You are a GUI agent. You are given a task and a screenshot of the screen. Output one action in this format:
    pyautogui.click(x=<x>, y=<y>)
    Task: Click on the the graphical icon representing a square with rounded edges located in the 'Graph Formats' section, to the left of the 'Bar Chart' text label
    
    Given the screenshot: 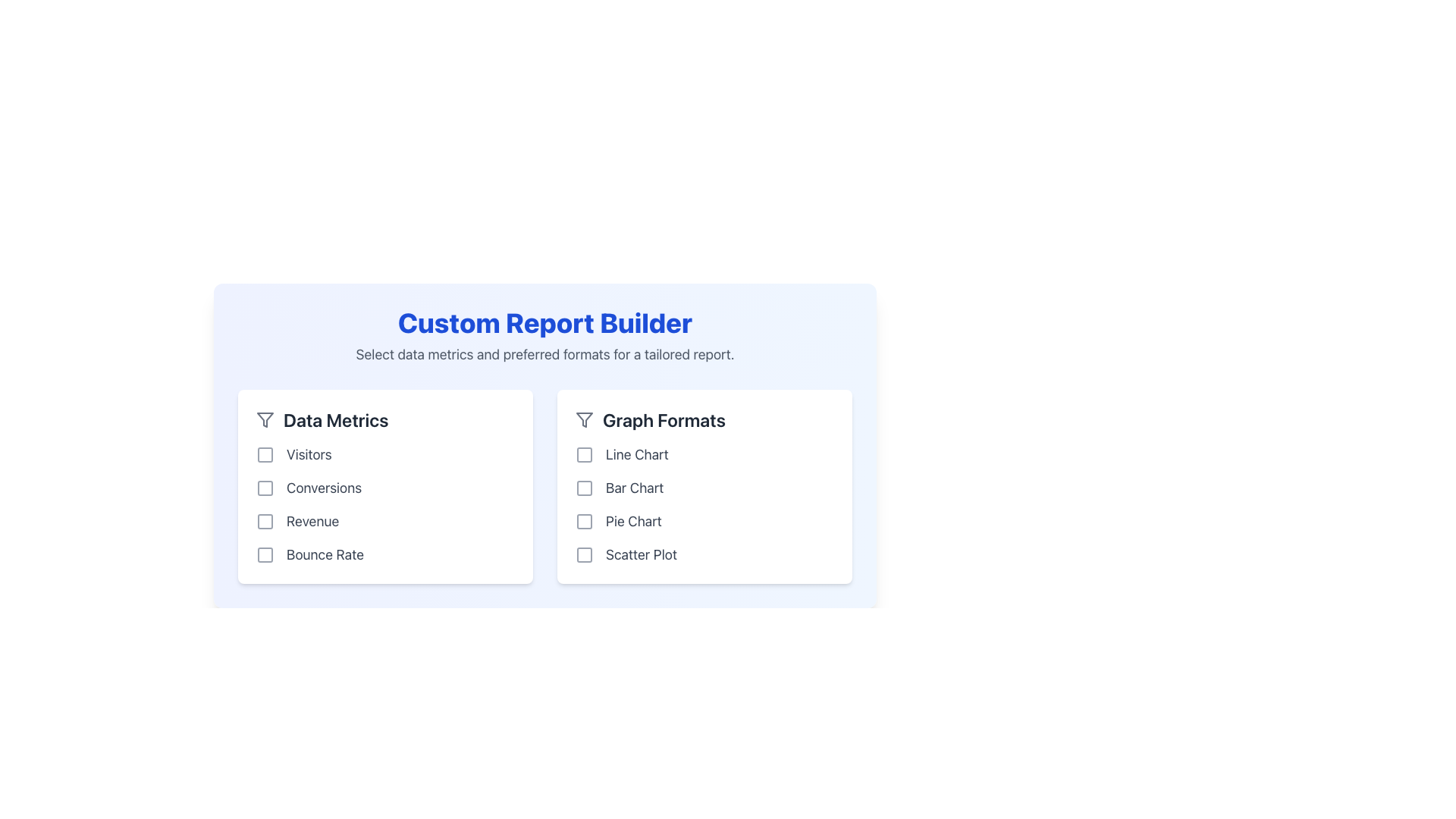 What is the action you would take?
    pyautogui.click(x=584, y=488)
    